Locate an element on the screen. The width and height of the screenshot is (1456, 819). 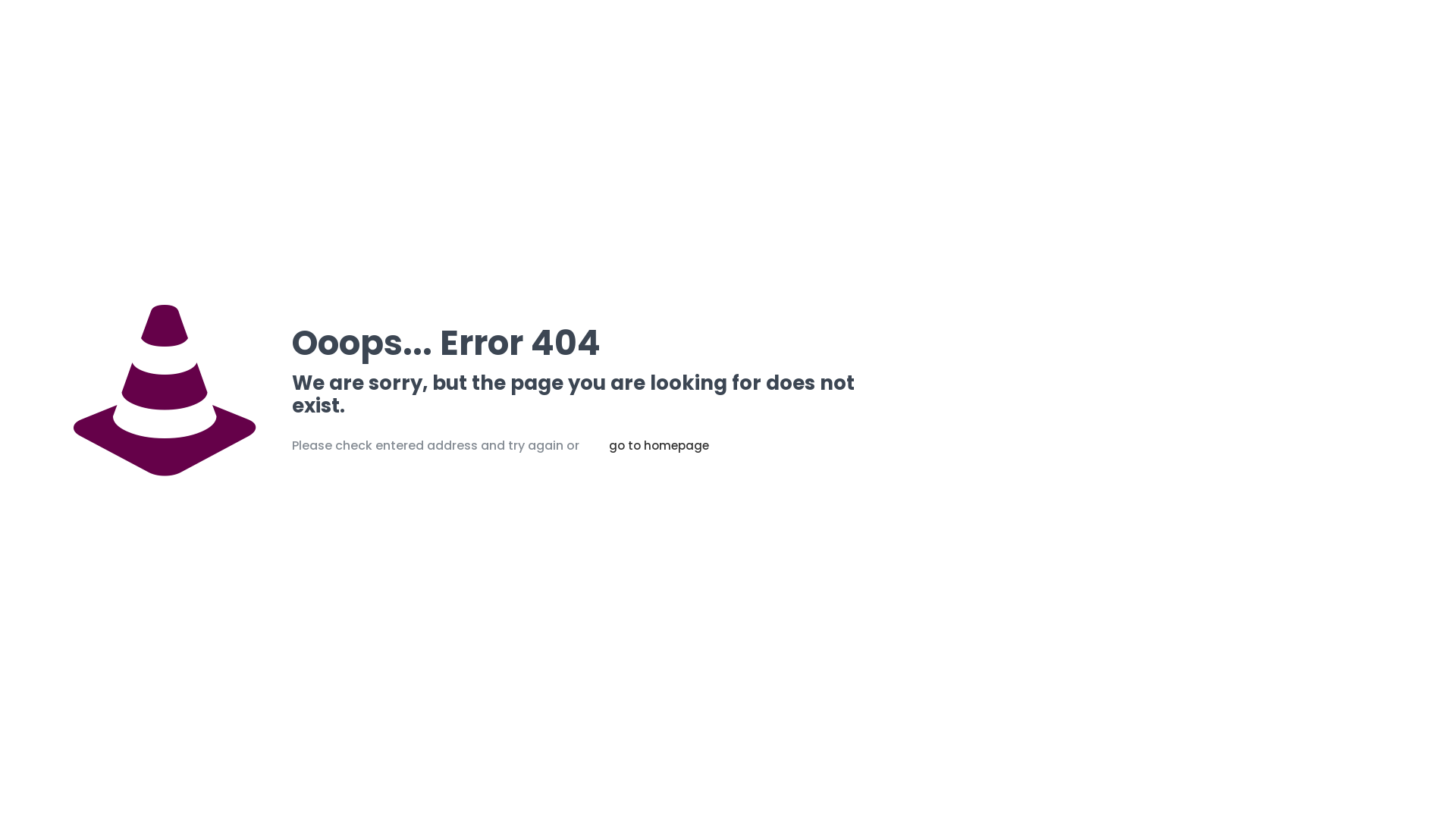
'go to homepage' is located at coordinates (658, 444).